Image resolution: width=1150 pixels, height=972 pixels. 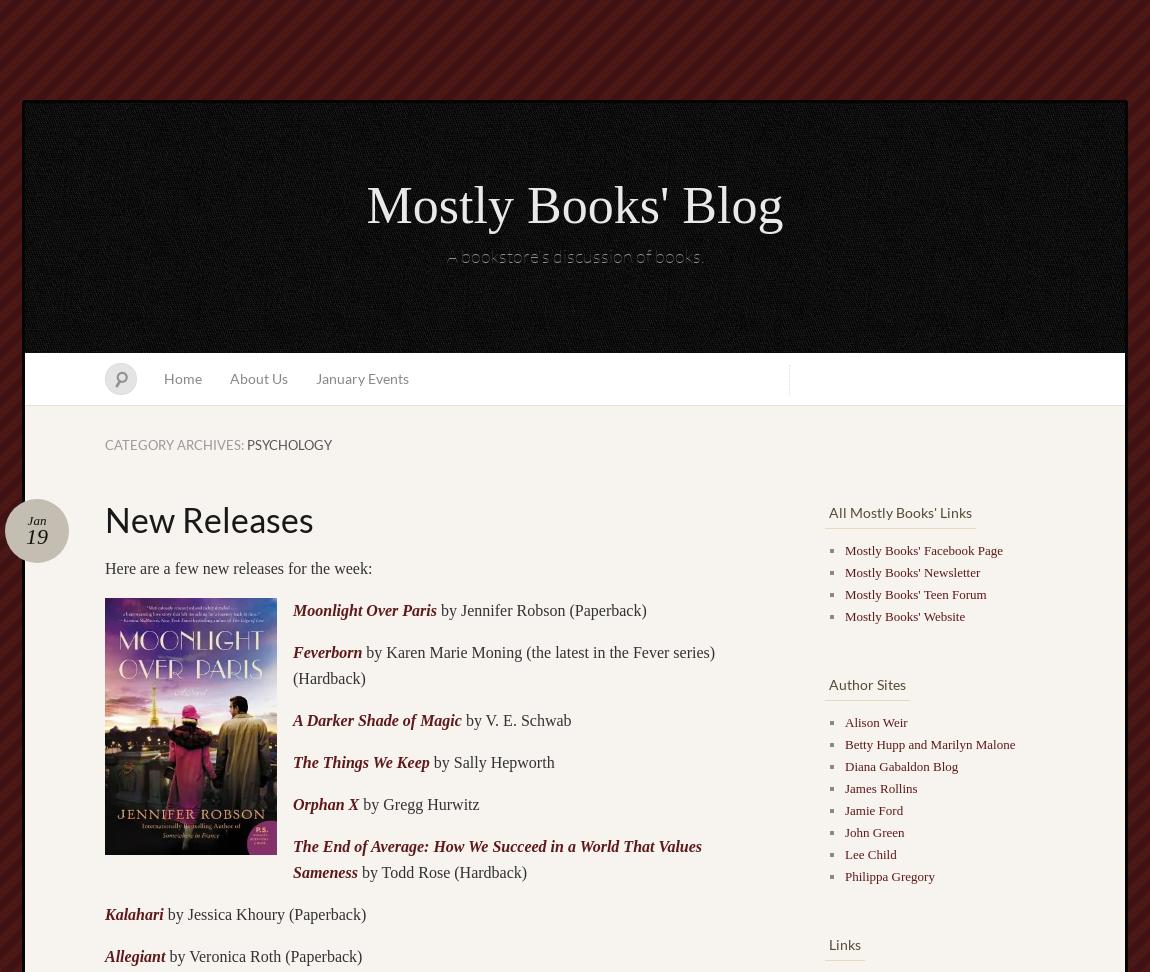 What do you see at coordinates (905, 616) in the screenshot?
I see `'Mostly Books' Website'` at bounding box center [905, 616].